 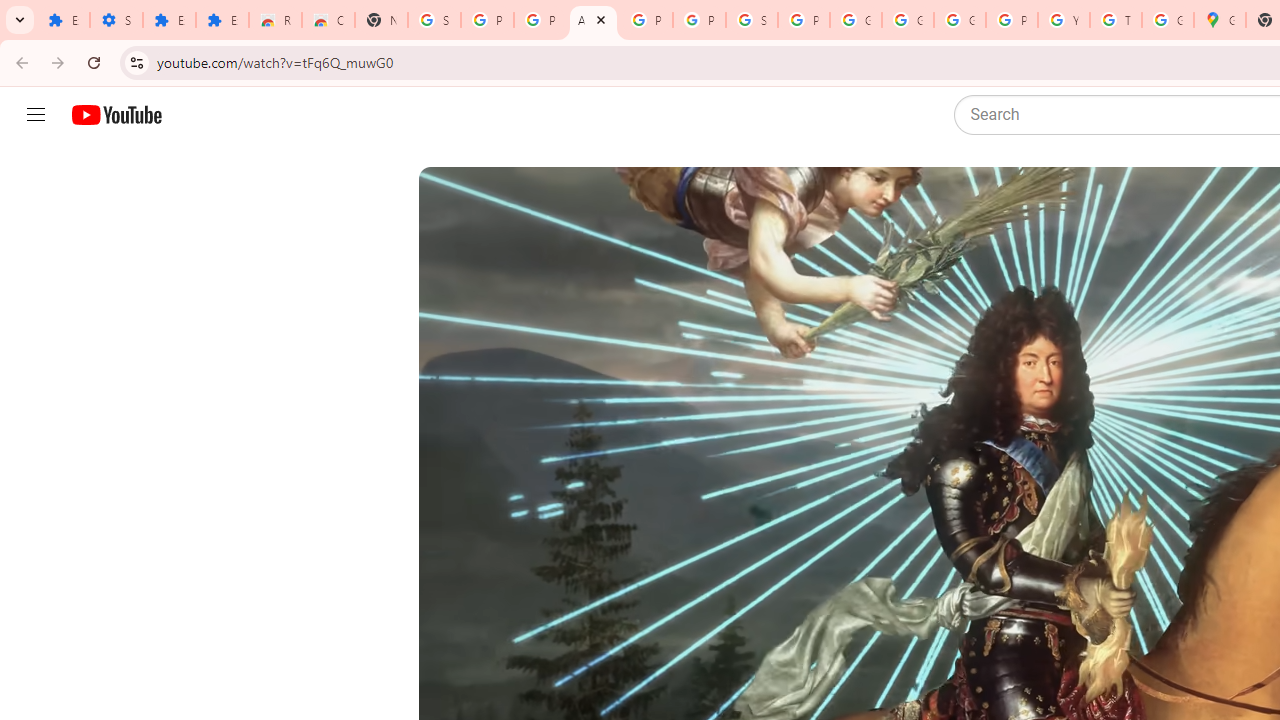 I want to click on 'View site information', so click(x=135, y=61).